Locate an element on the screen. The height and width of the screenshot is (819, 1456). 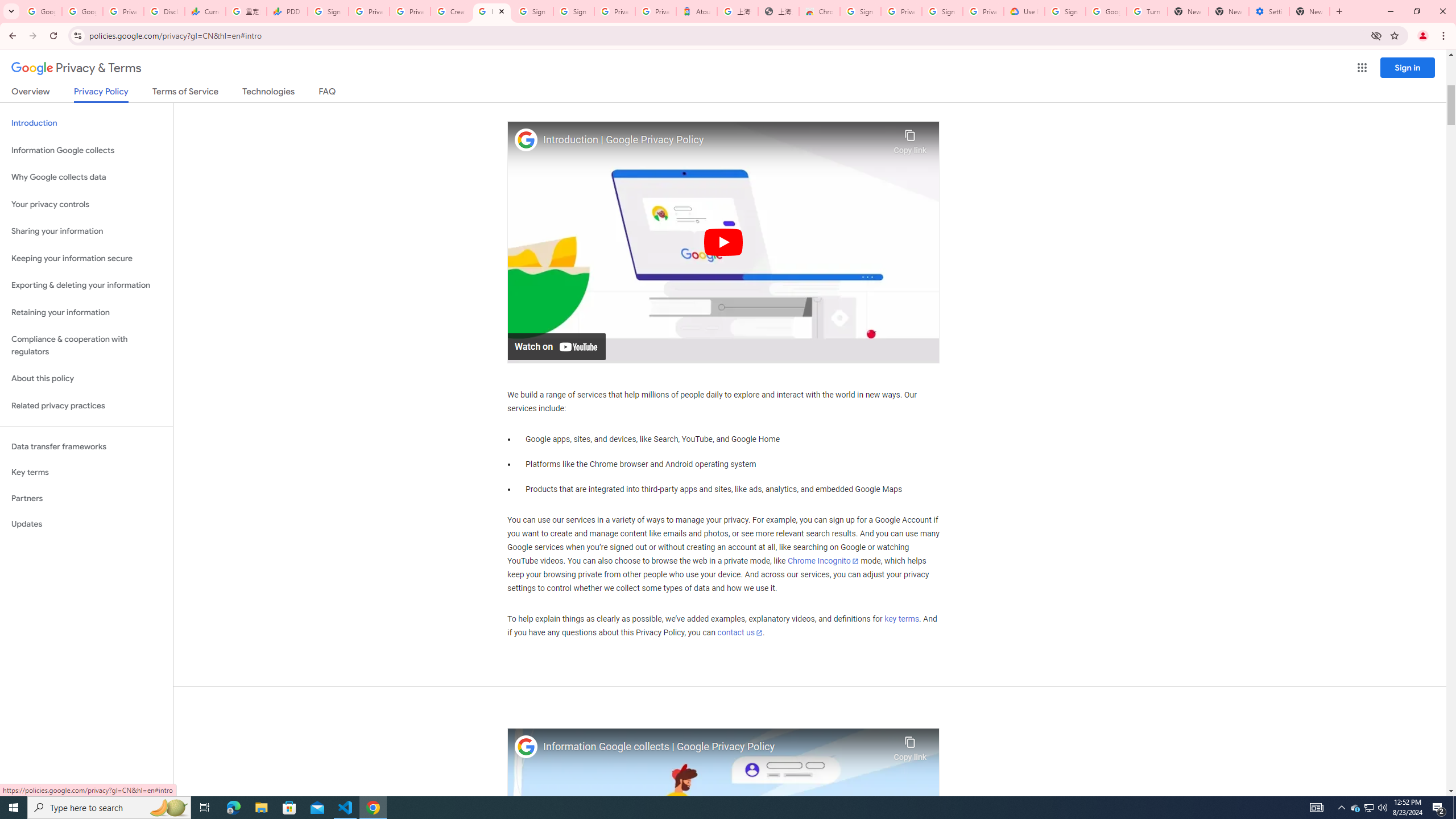
'Sign in - Google Accounts' is located at coordinates (532, 11).